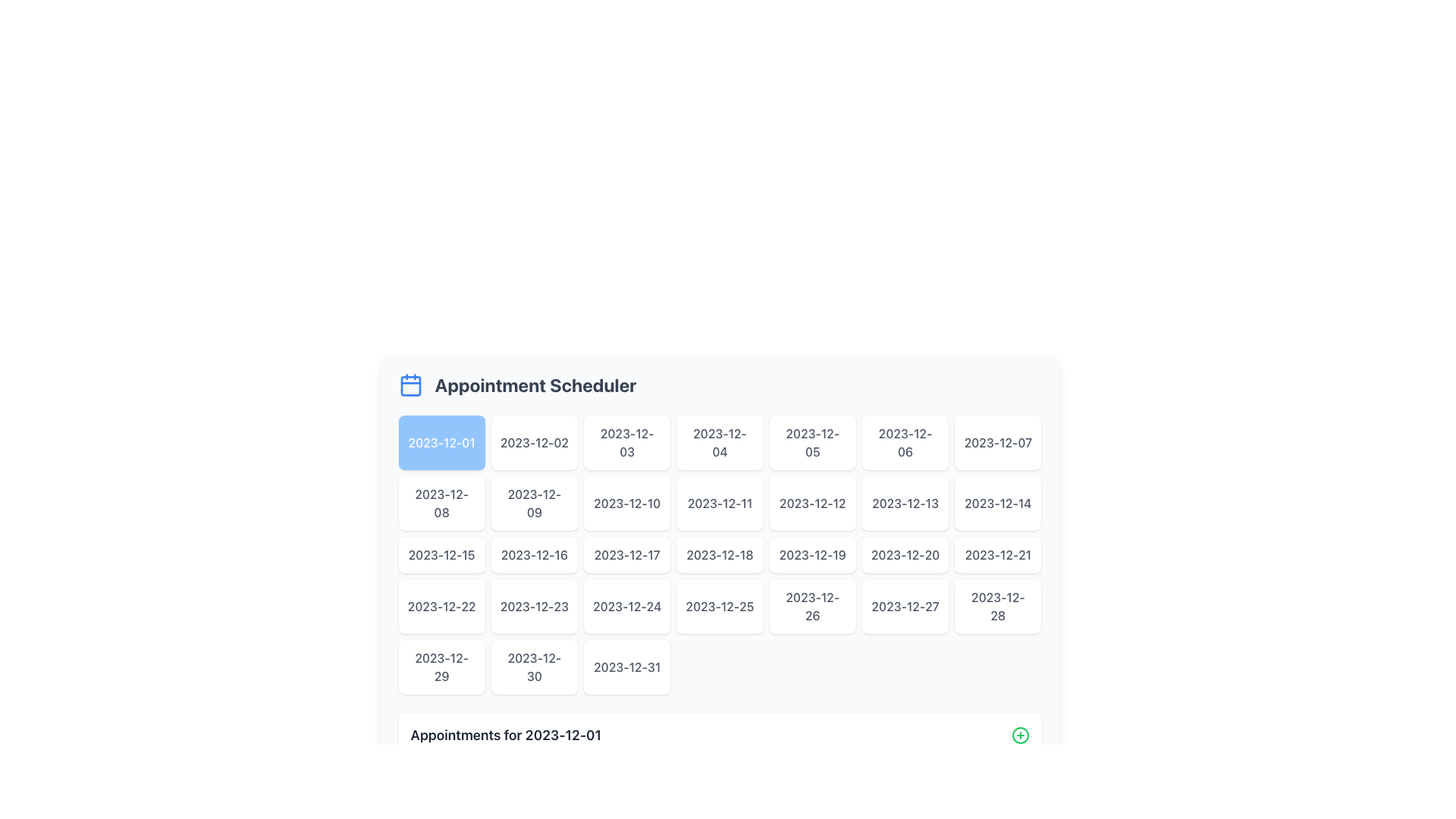  I want to click on the button in the calendar layout for selecting the date '2023-12-12', so click(811, 503).